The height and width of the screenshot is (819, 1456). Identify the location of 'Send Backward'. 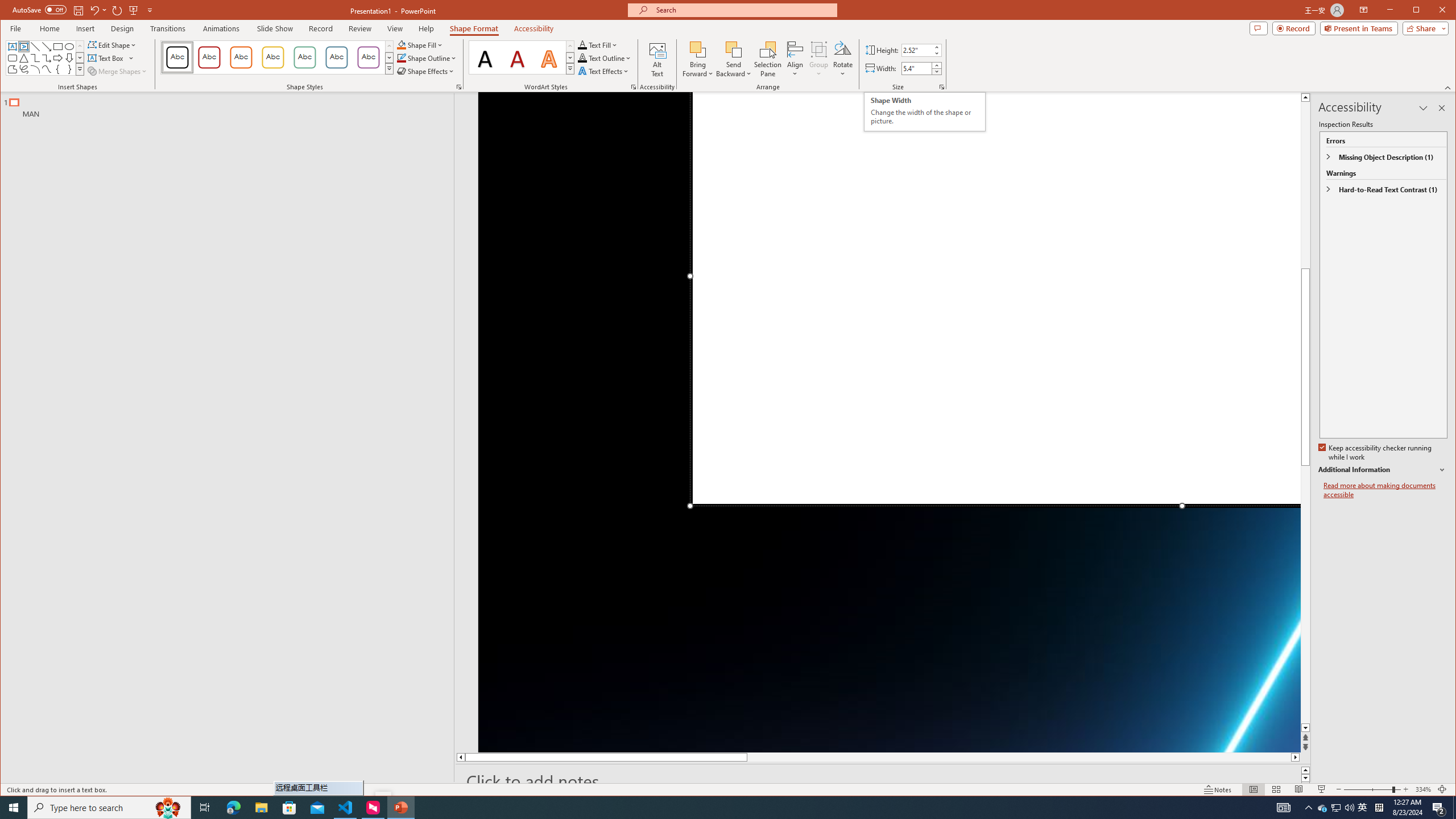
(733, 48).